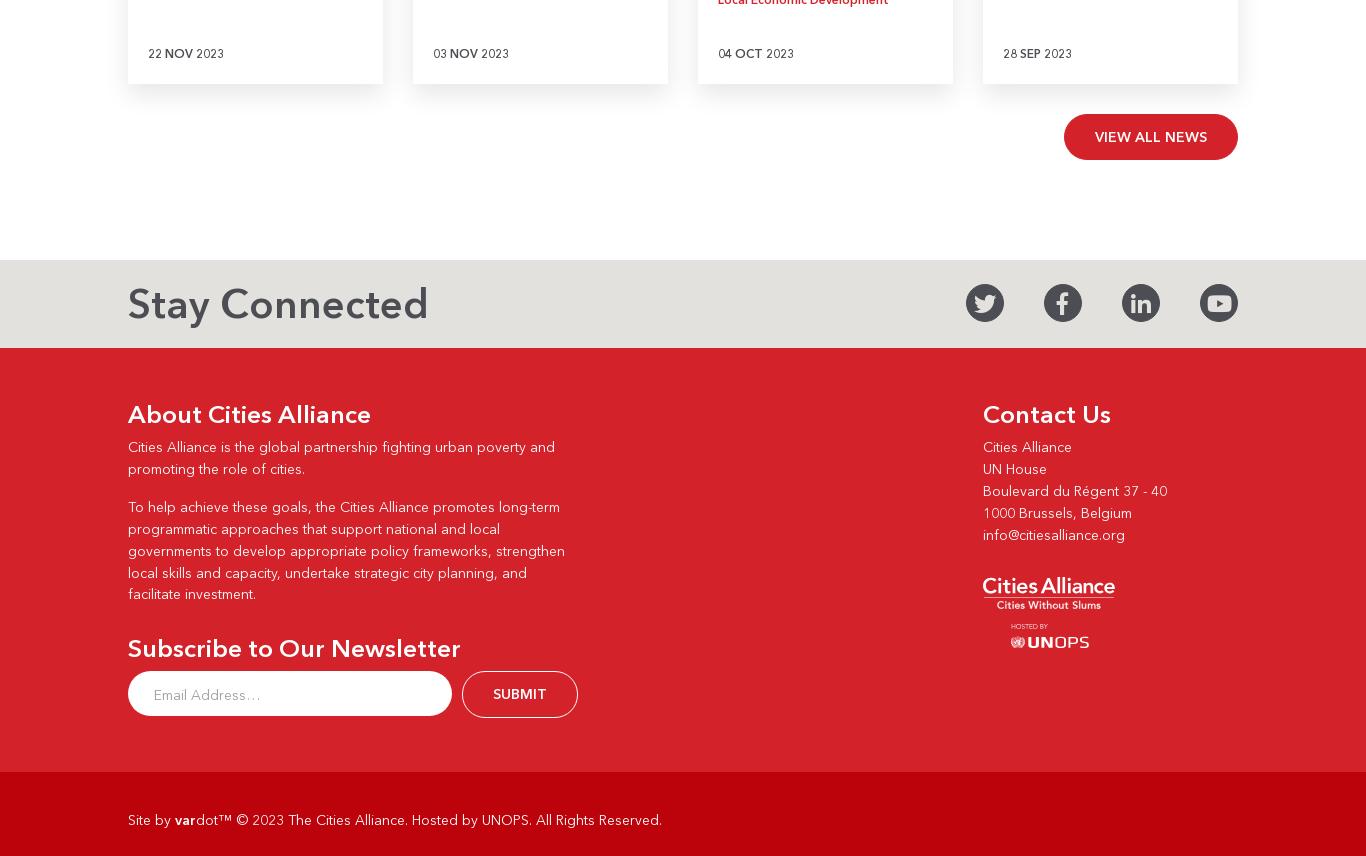 This screenshot has width=1366, height=856. Describe the element at coordinates (355, 819) in the screenshot. I see `'© 2023 The Cities Alliance. Hosted by'` at that location.